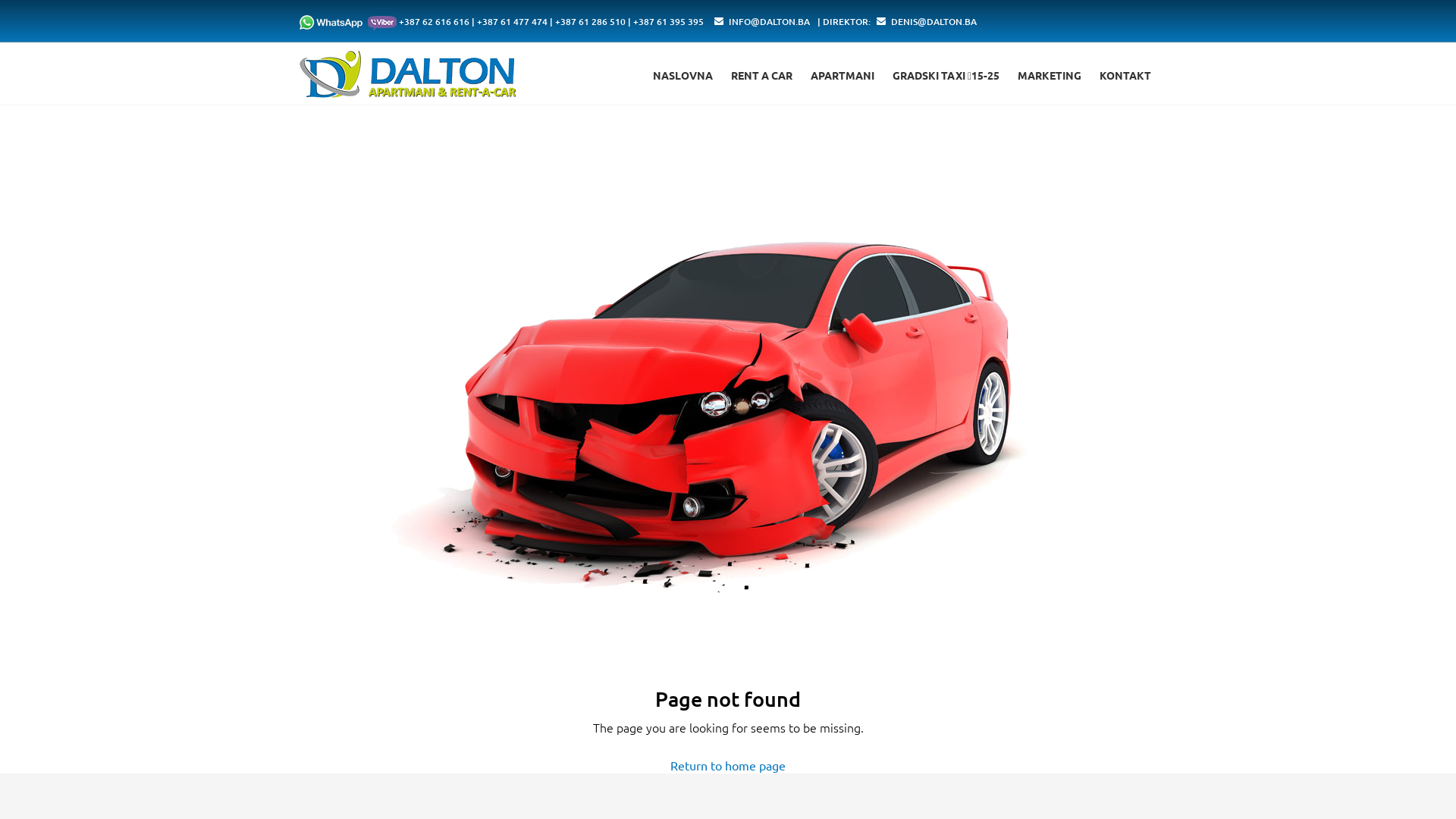 This screenshot has width=1456, height=819. What do you see at coordinates (769, 21) in the screenshot?
I see `'INFO@DALTON.BA'` at bounding box center [769, 21].